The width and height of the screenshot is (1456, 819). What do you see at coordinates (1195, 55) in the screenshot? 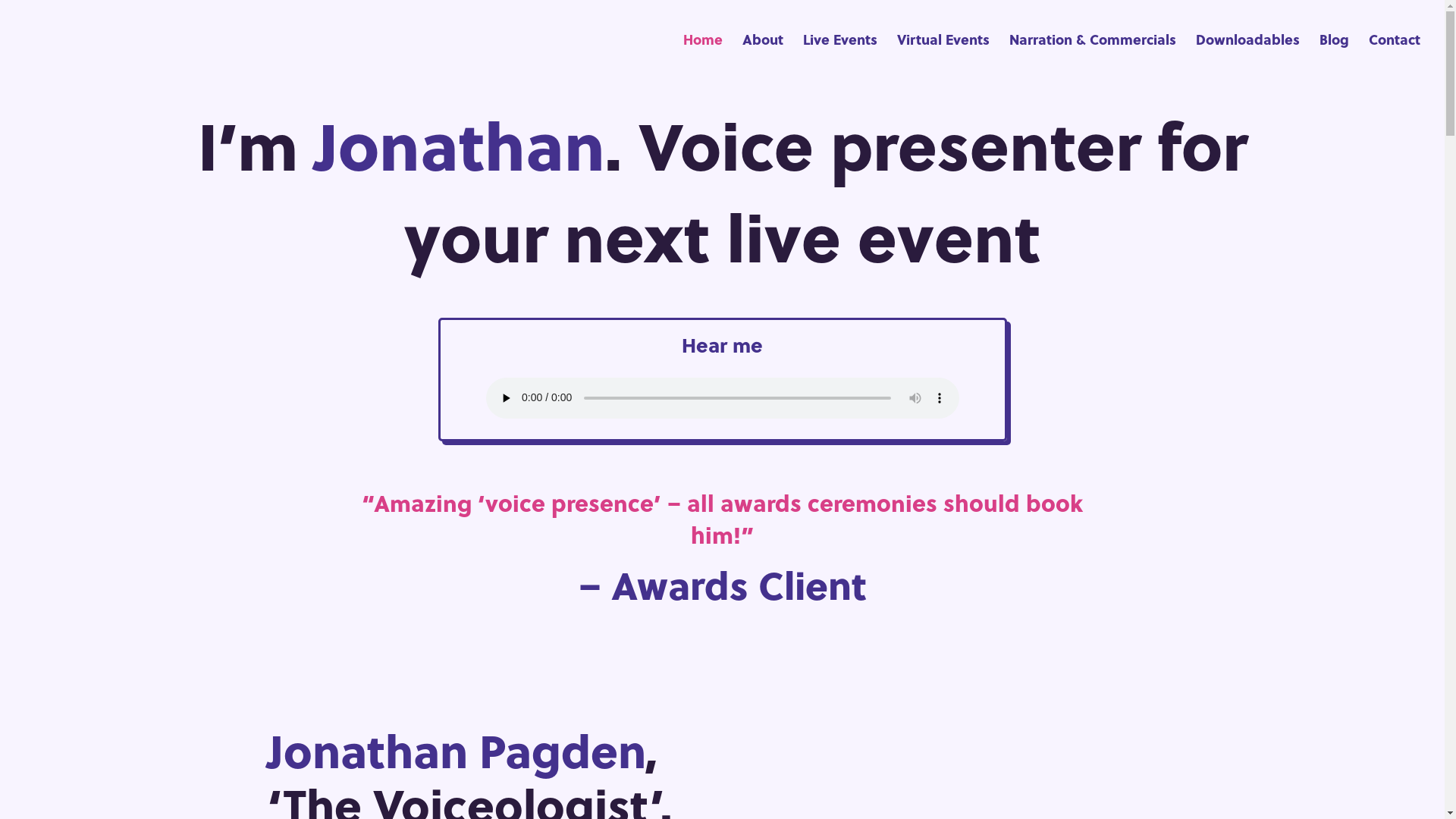
I see `'Downloadables'` at bounding box center [1195, 55].